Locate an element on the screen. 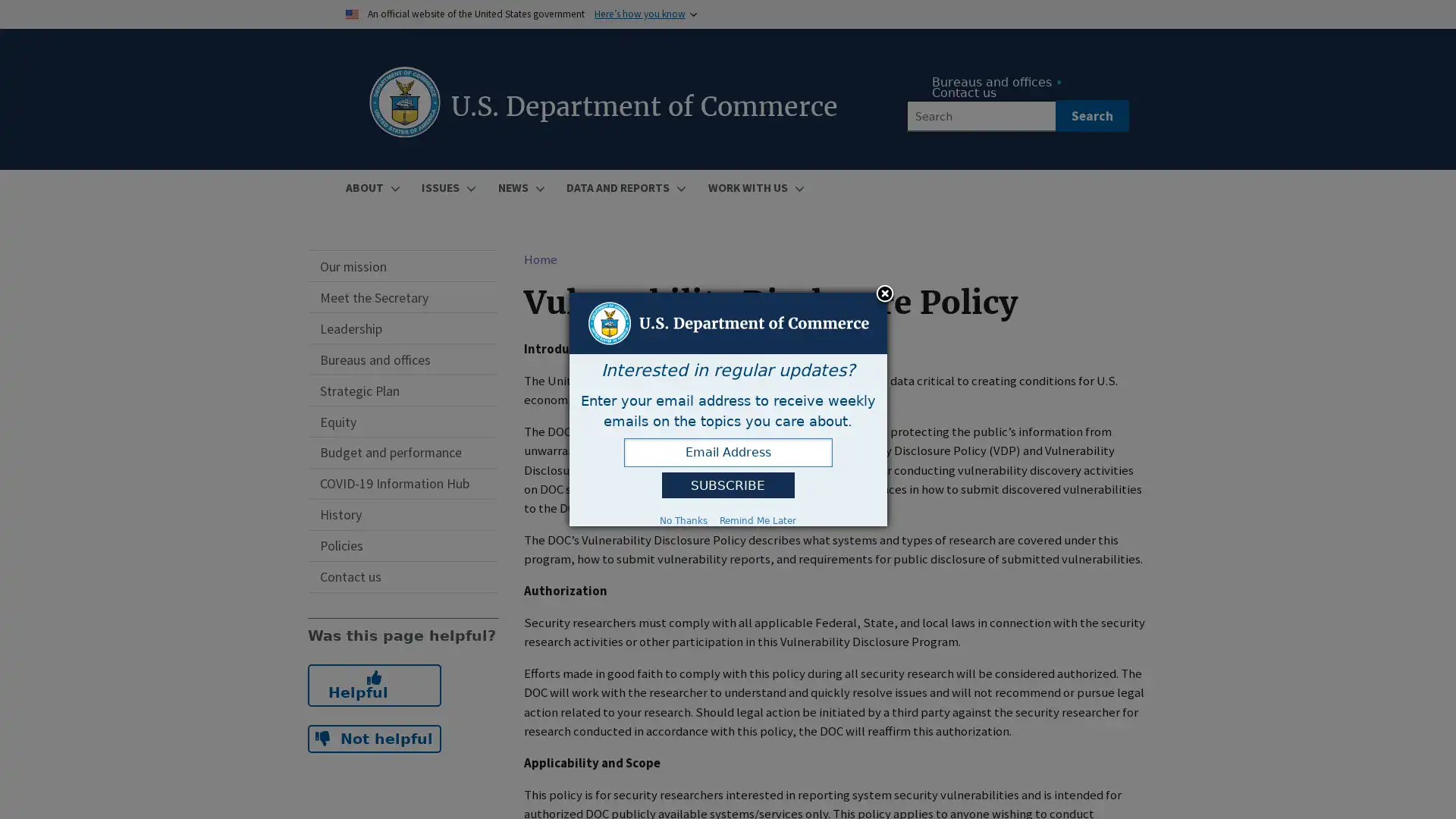  WORK WITH US is located at coordinates (753, 187).